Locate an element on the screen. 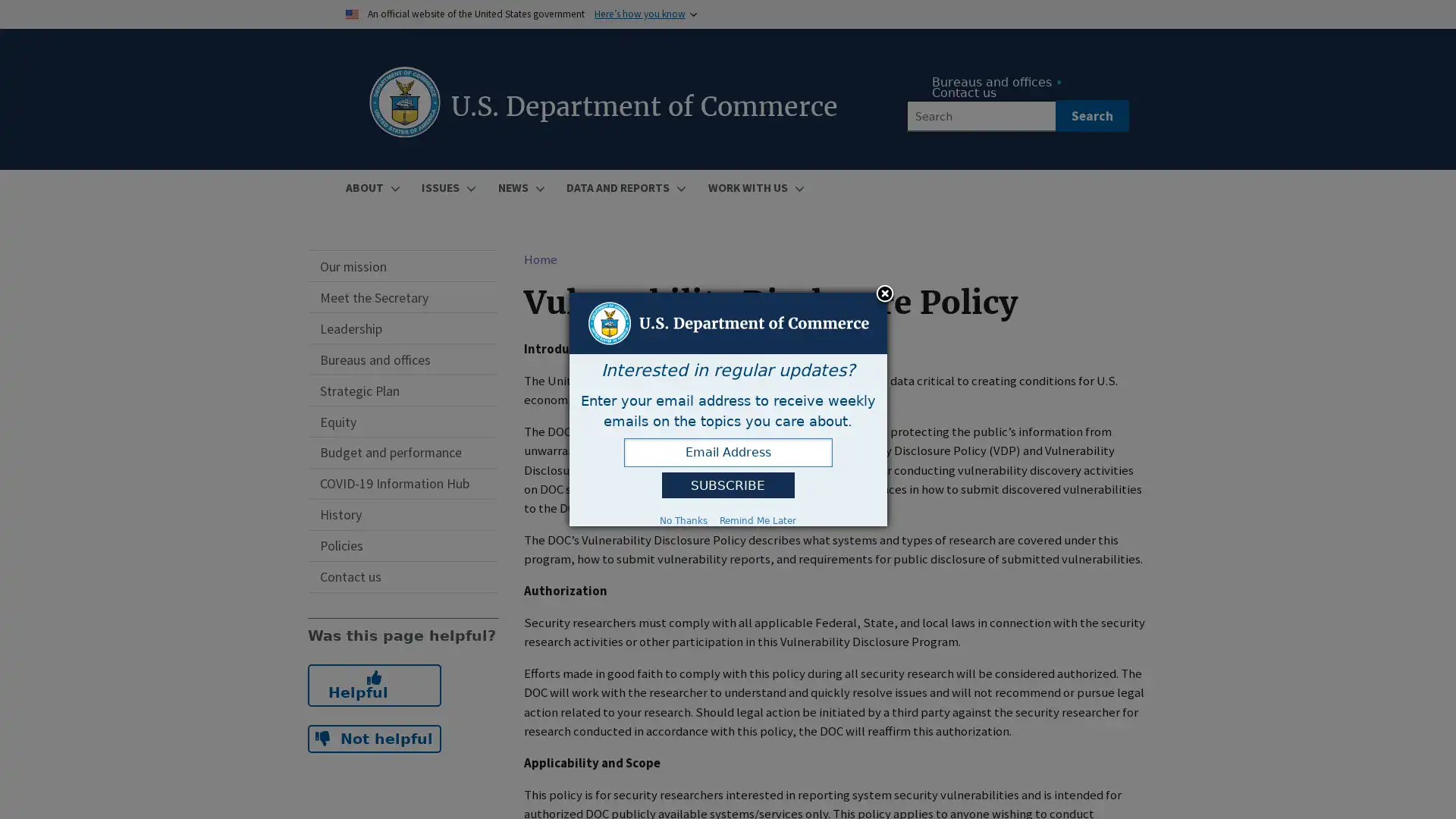  WORK WITH US is located at coordinates (753, 187).